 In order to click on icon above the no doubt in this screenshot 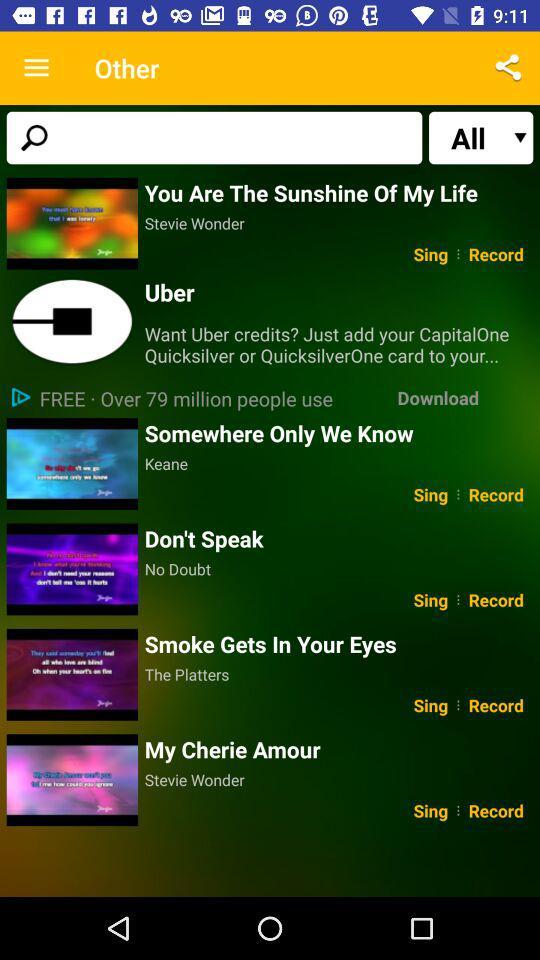, I will do `click(338, 537)`.